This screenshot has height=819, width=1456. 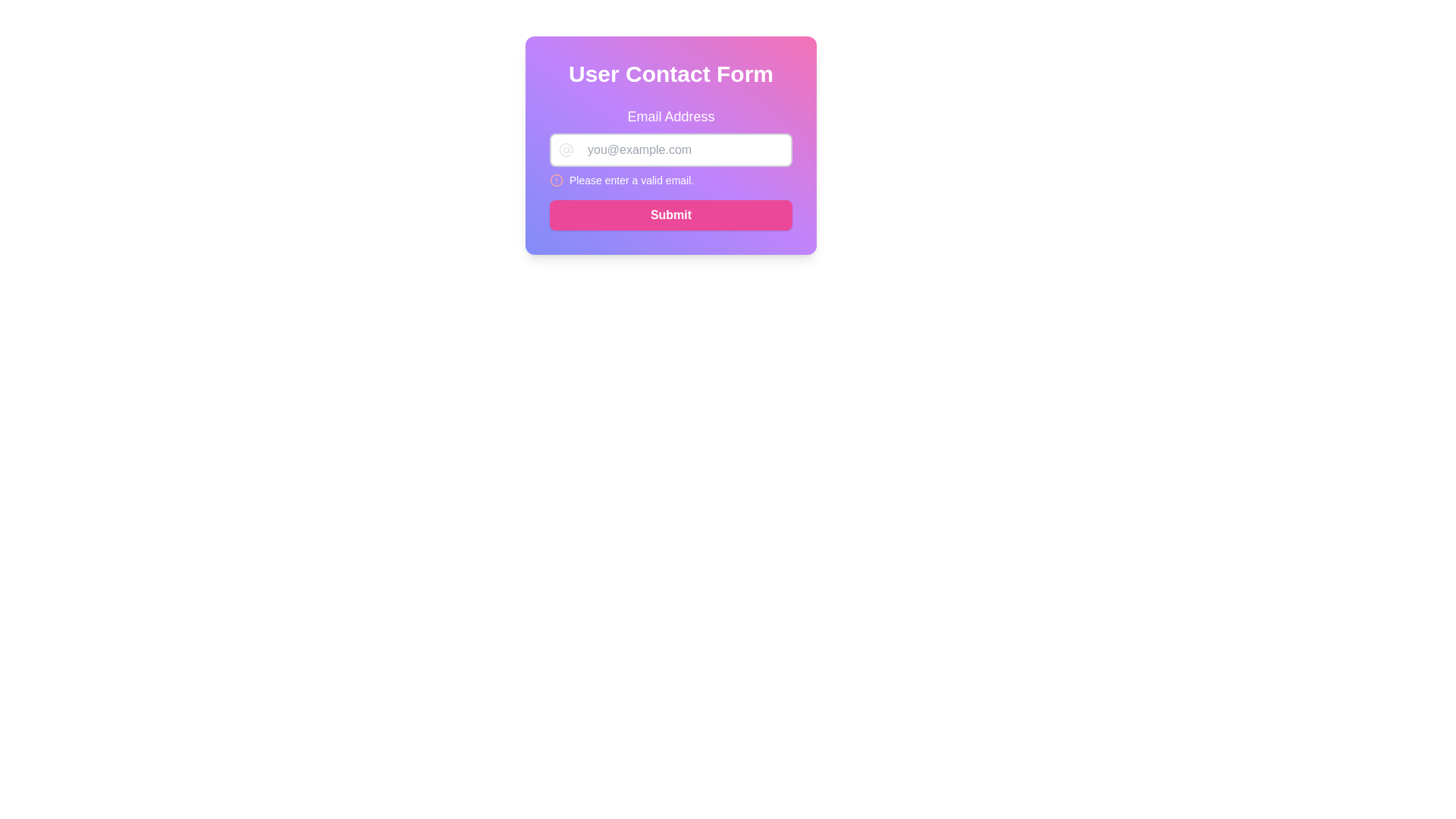 I want to click on the email input field, which is a rectangular text input with a light-gray border and a placeholder text 'you@example.com', to focus on it, so click(x=670, y=149).